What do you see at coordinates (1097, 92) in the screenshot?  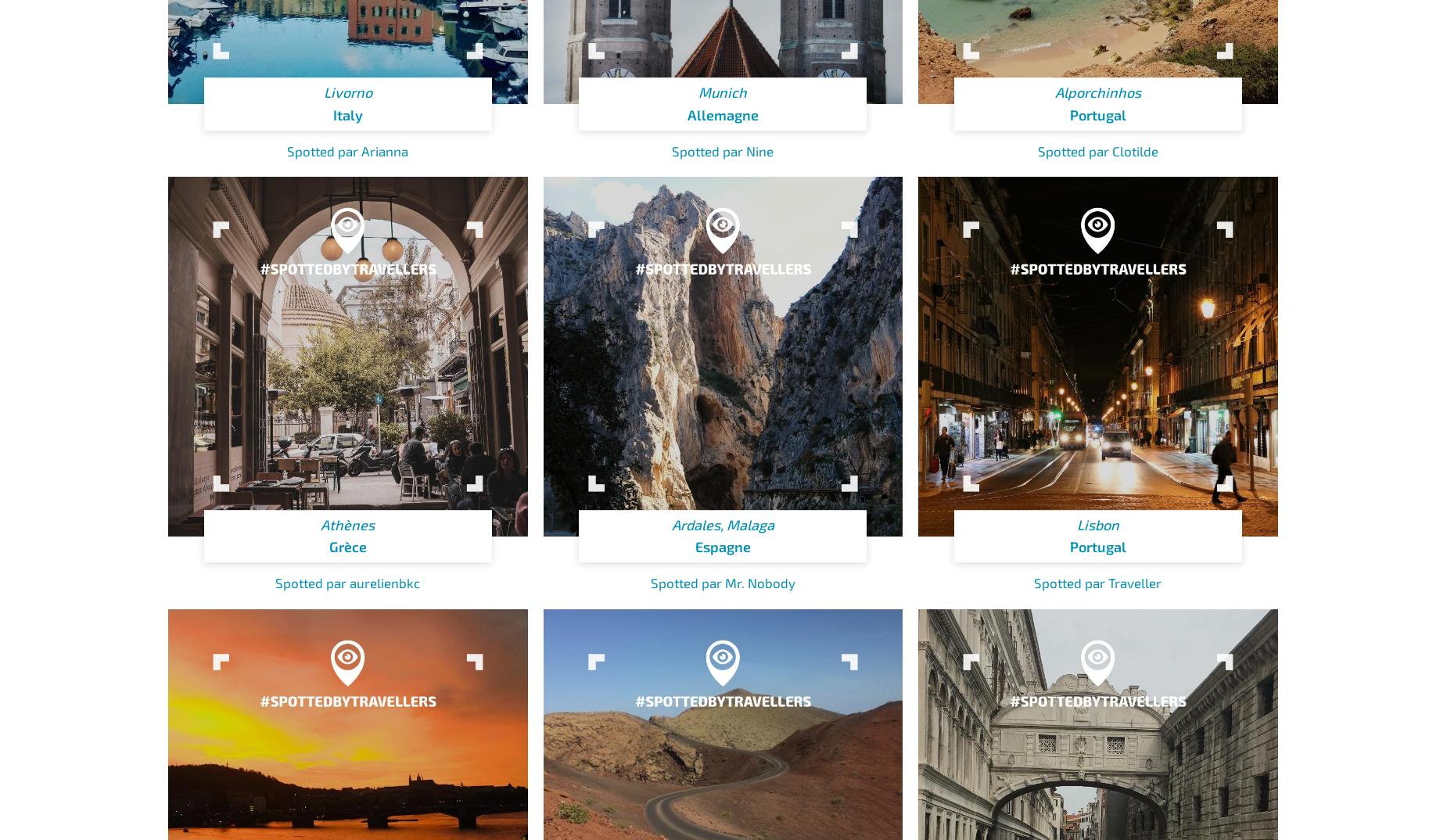 I see `'Alporchinhos'` at bounding box center [1097, 92].